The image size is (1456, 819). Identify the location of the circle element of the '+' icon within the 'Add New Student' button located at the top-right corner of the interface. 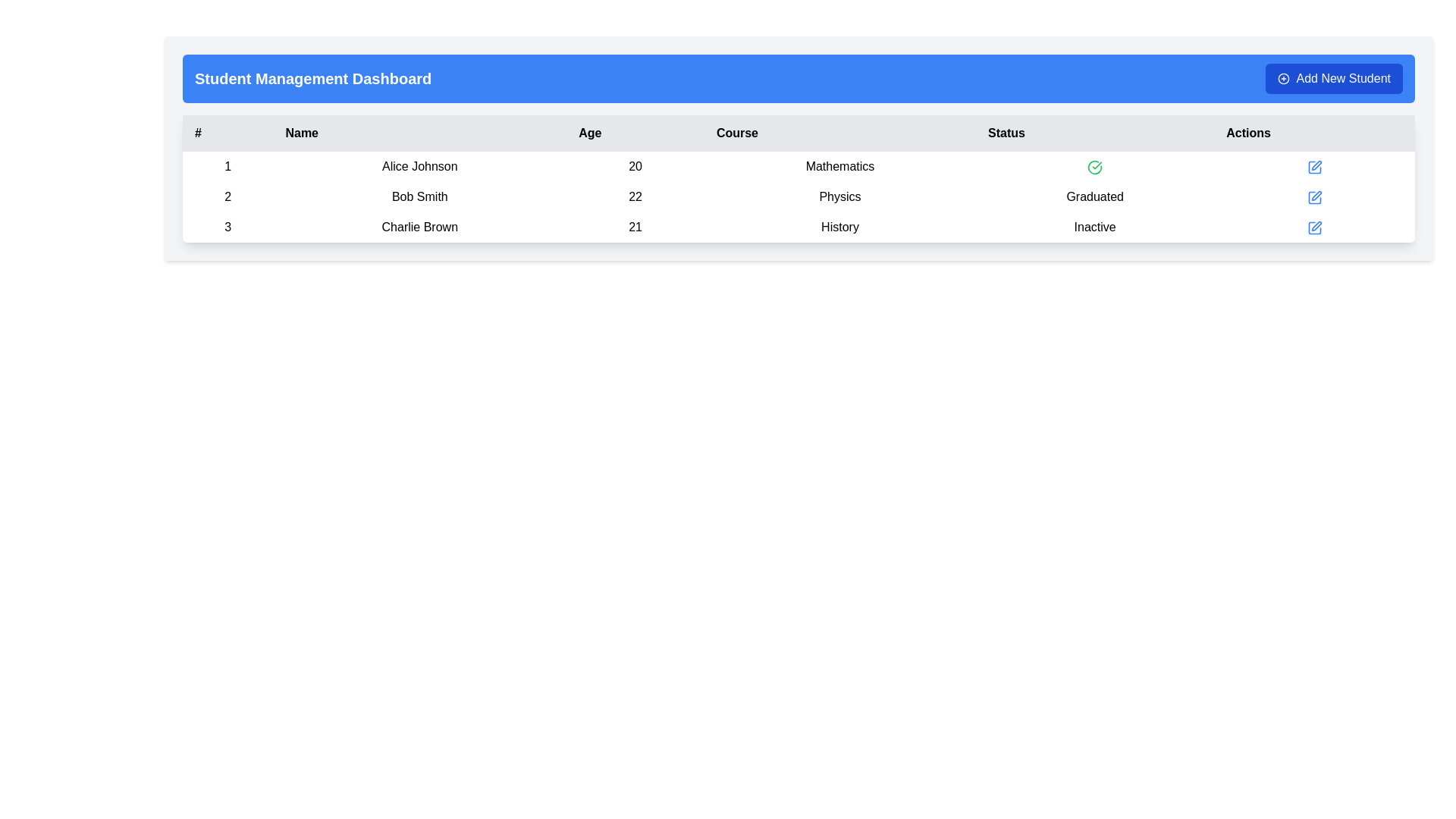
(1283, 79).